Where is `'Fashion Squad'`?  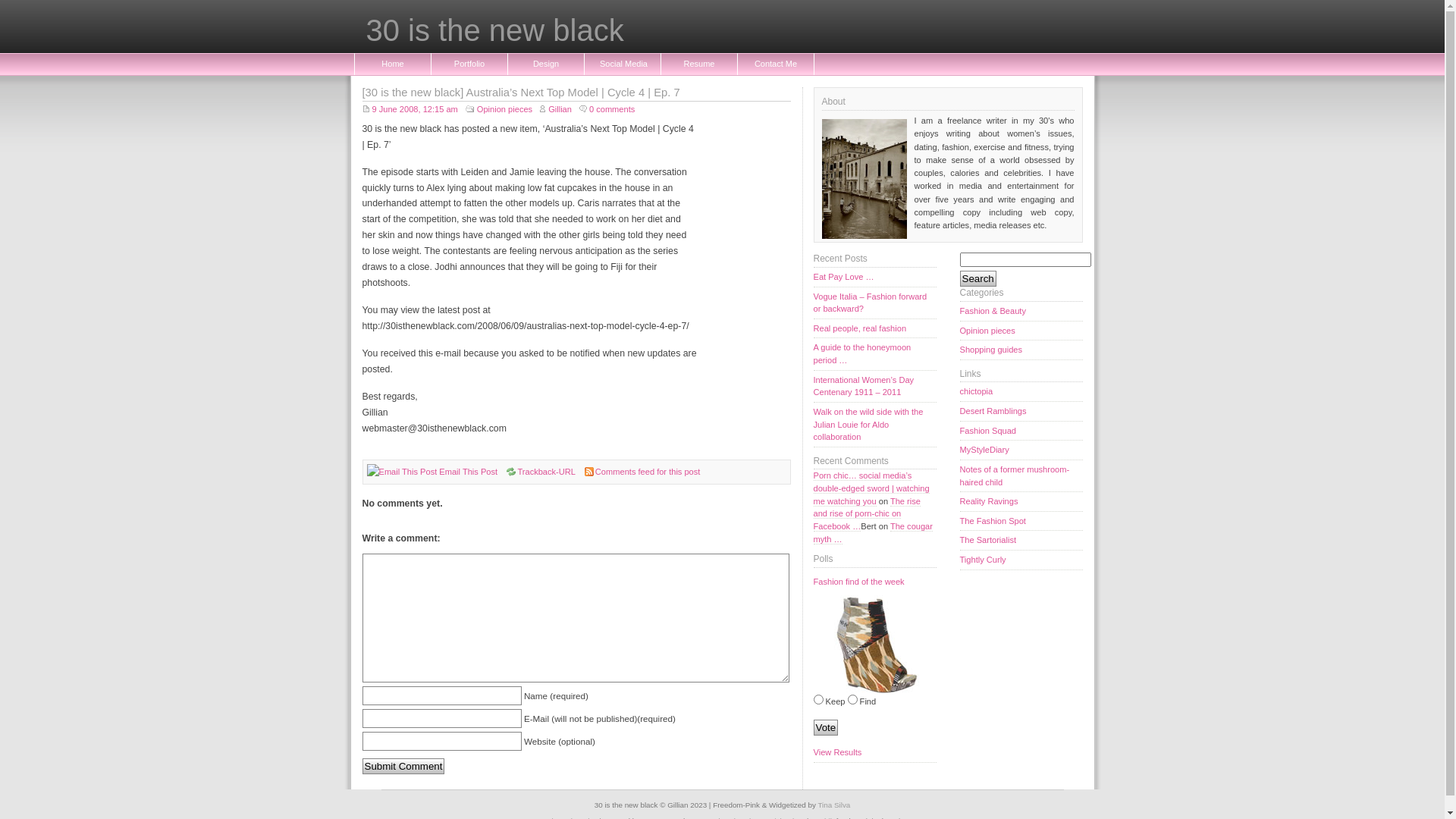 'Fashion Squad' is located at coordinates (1021, 431).